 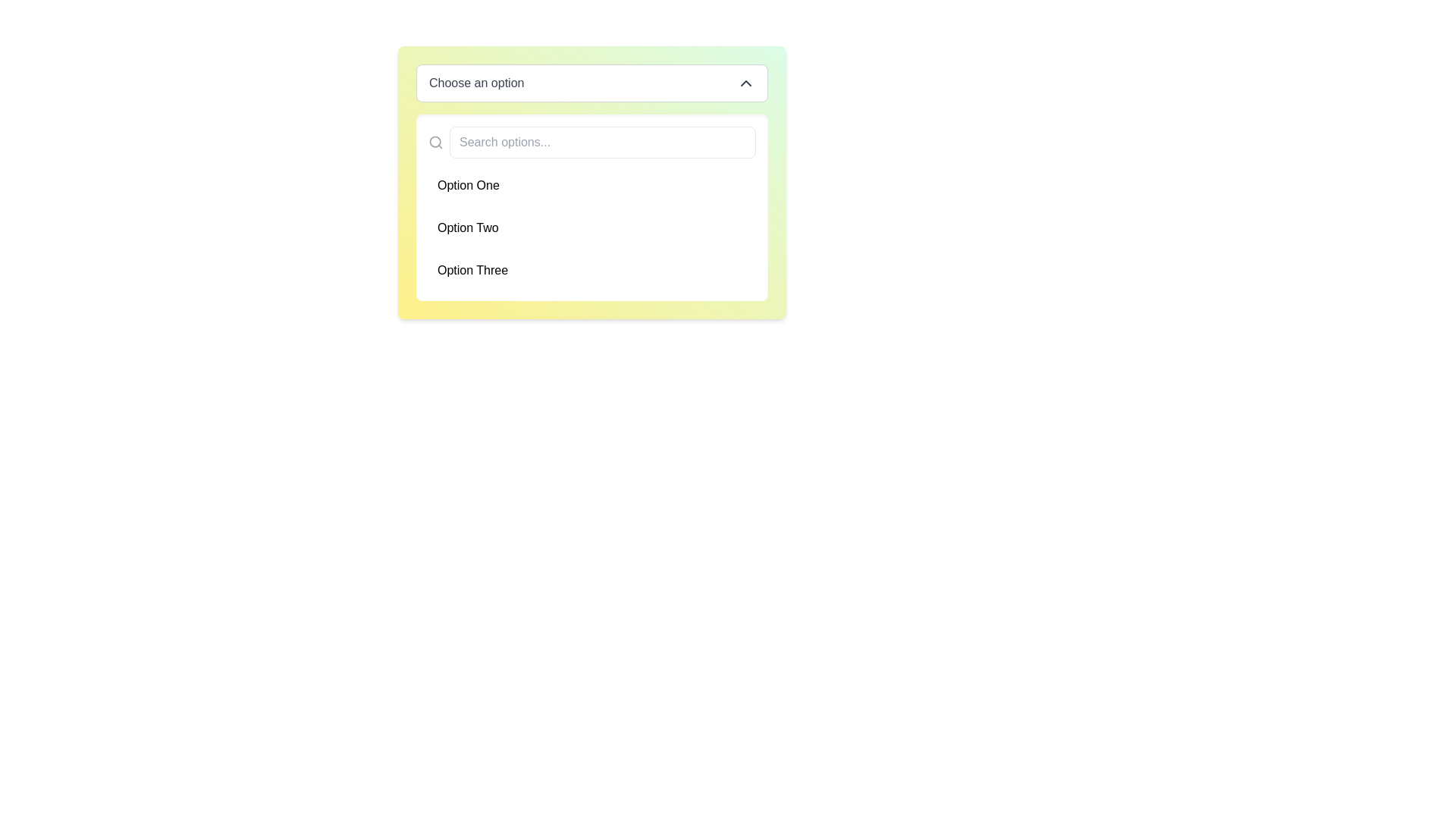 What do you see at coordinates (591, 185) in the screenshot?
I see `the first selectable option in the dropdown list located directly below the 'Search options...' input box` at bounding box center [591, 185].